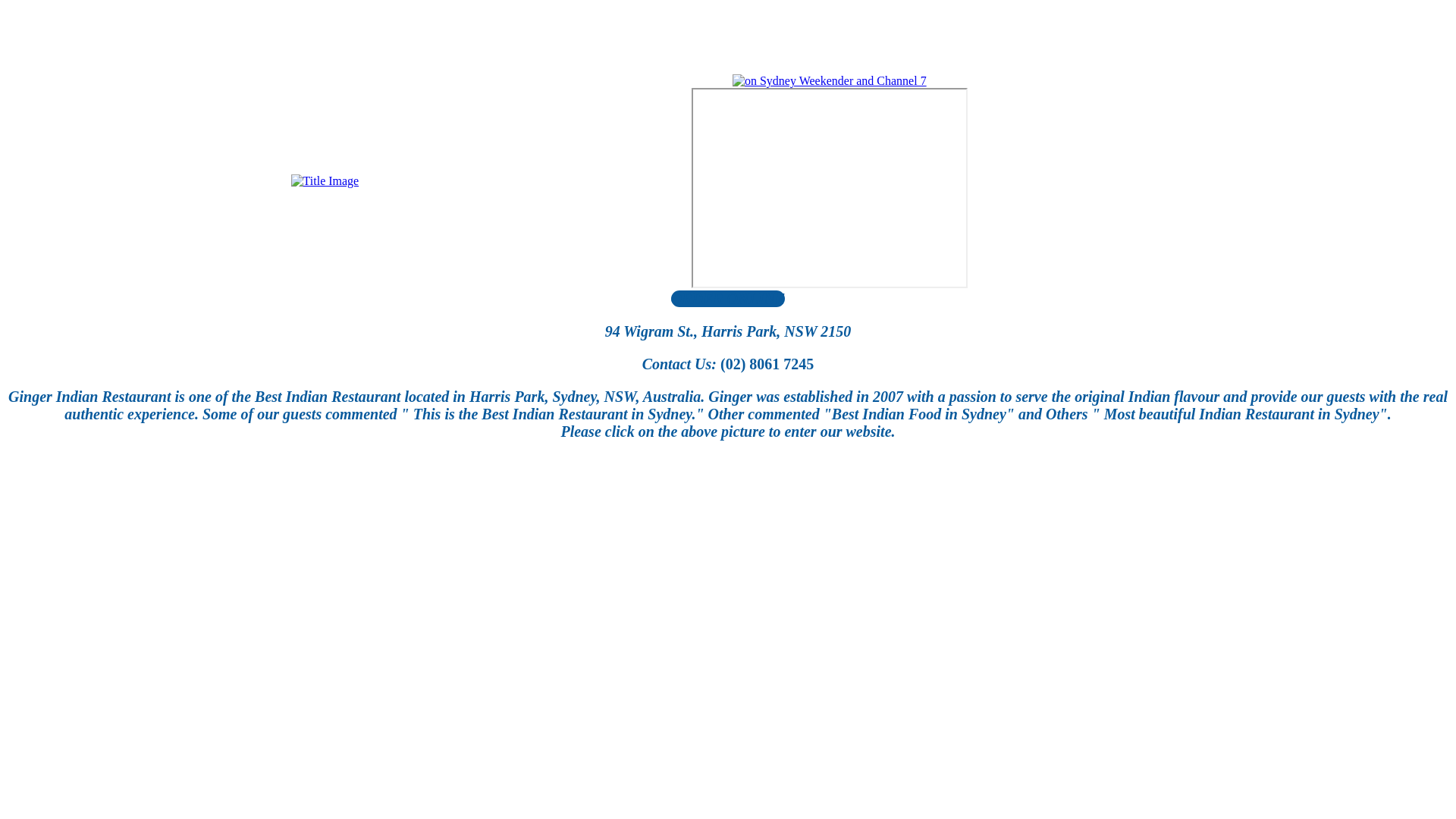 The width and height of the screenshot is (1456, 819). Describe the element at coordinates (829, 187) in the screenshot. I see `'ON CHANNEL 7'` at that location.